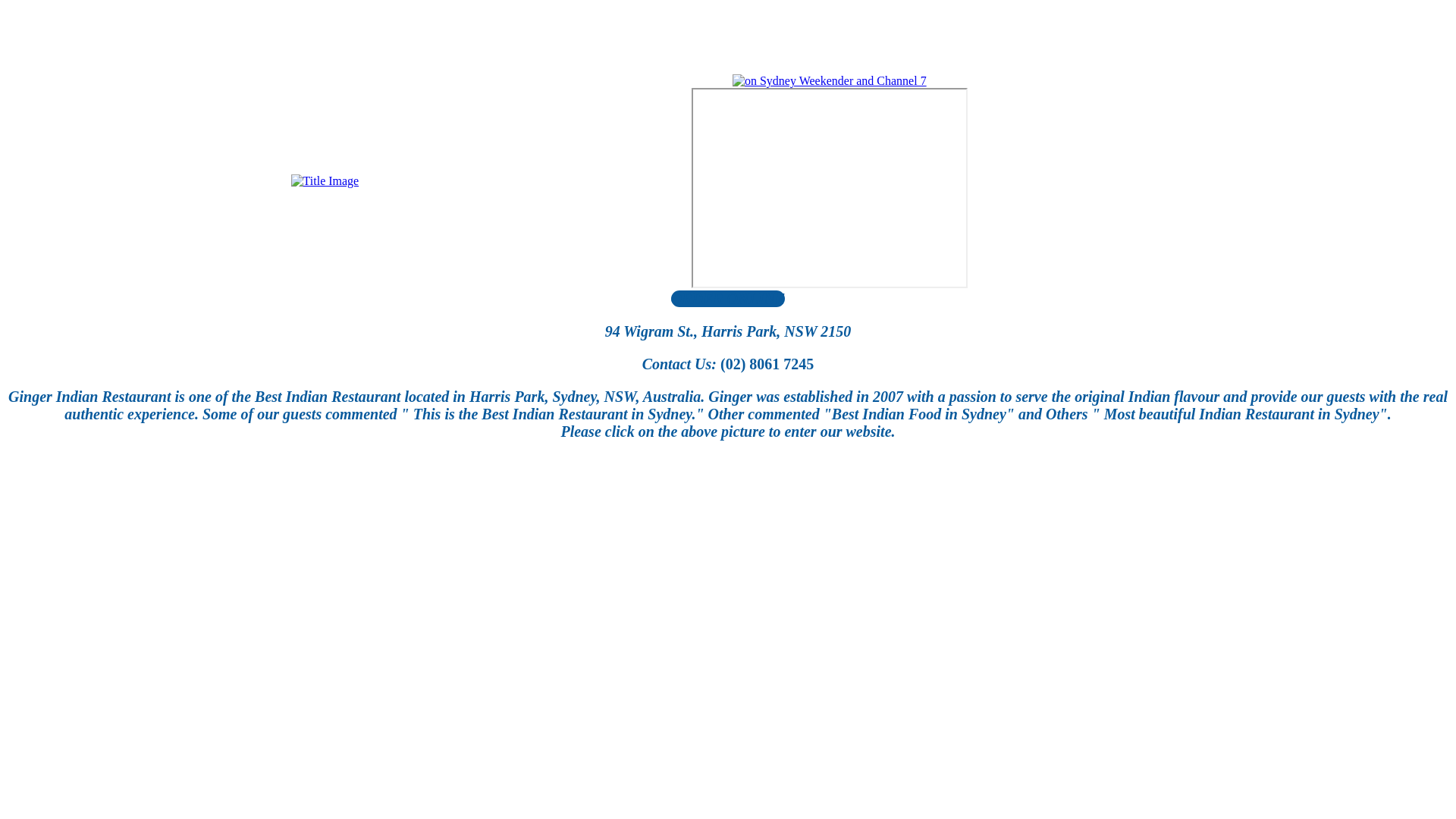 The width and height of the screenshot is (1456, 819). Describe the element at coordinates (829, 187) in the screenshot. I see `'ON CHANNEL 7'` at that location.